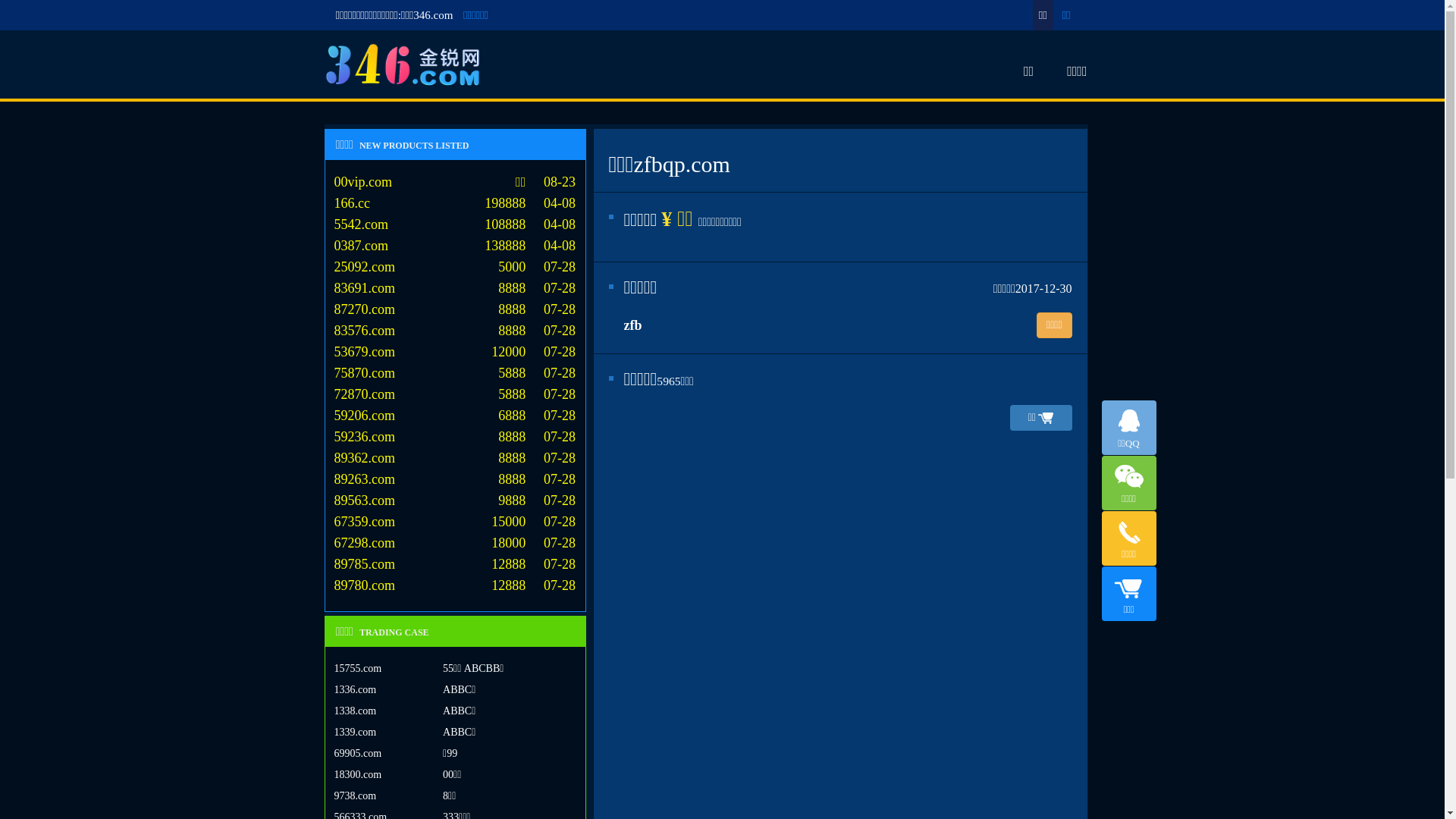  Describe the element at coordinates (453, 421) in the screenshot. I see `'59206.com 6888 07-28'` at that location.